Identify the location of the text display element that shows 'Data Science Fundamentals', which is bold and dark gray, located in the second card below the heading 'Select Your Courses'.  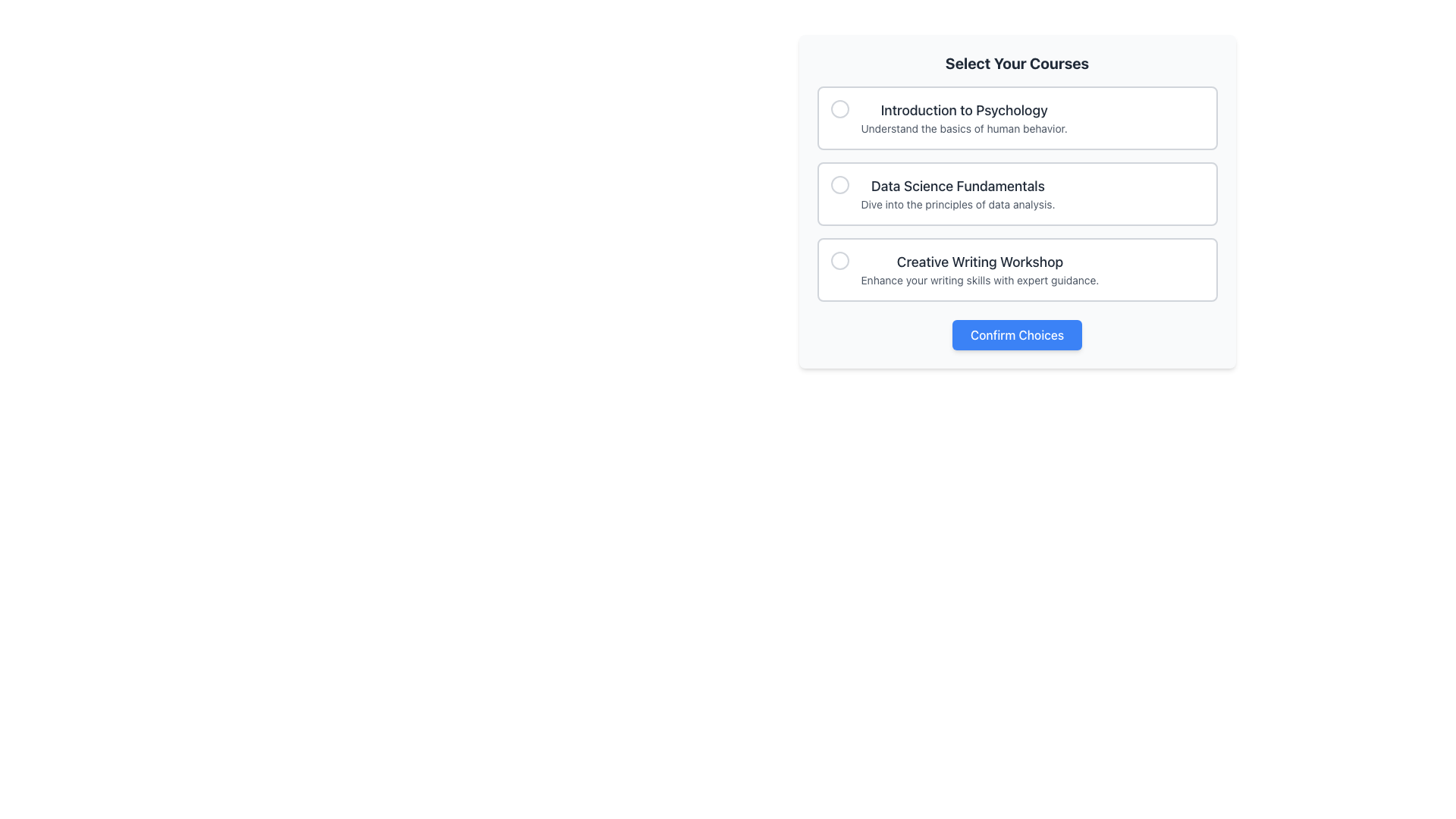
(957, 186).